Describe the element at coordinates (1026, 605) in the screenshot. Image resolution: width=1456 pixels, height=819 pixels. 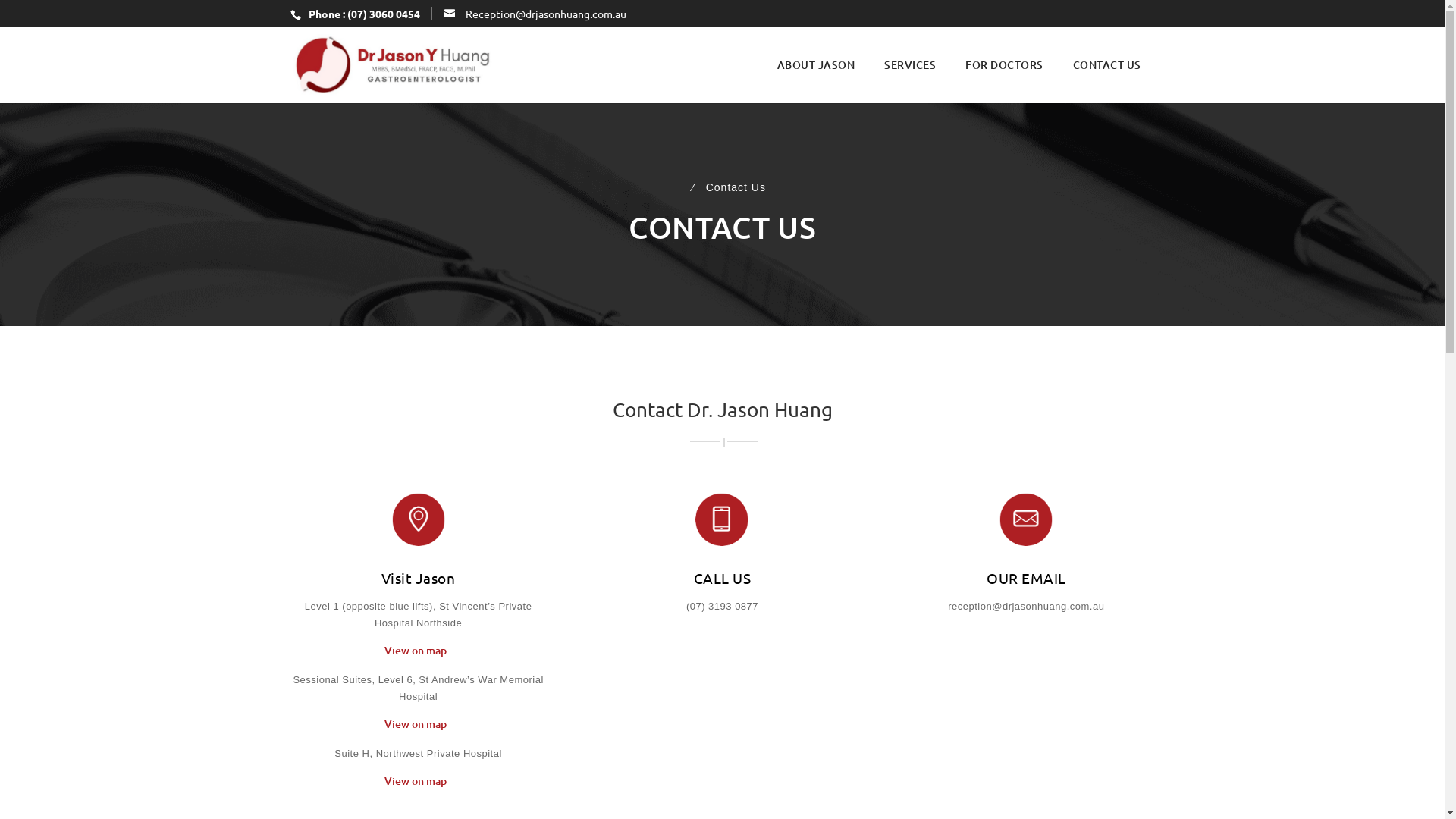
I see `'reception@drjasonhuang.com.au'` at that location.